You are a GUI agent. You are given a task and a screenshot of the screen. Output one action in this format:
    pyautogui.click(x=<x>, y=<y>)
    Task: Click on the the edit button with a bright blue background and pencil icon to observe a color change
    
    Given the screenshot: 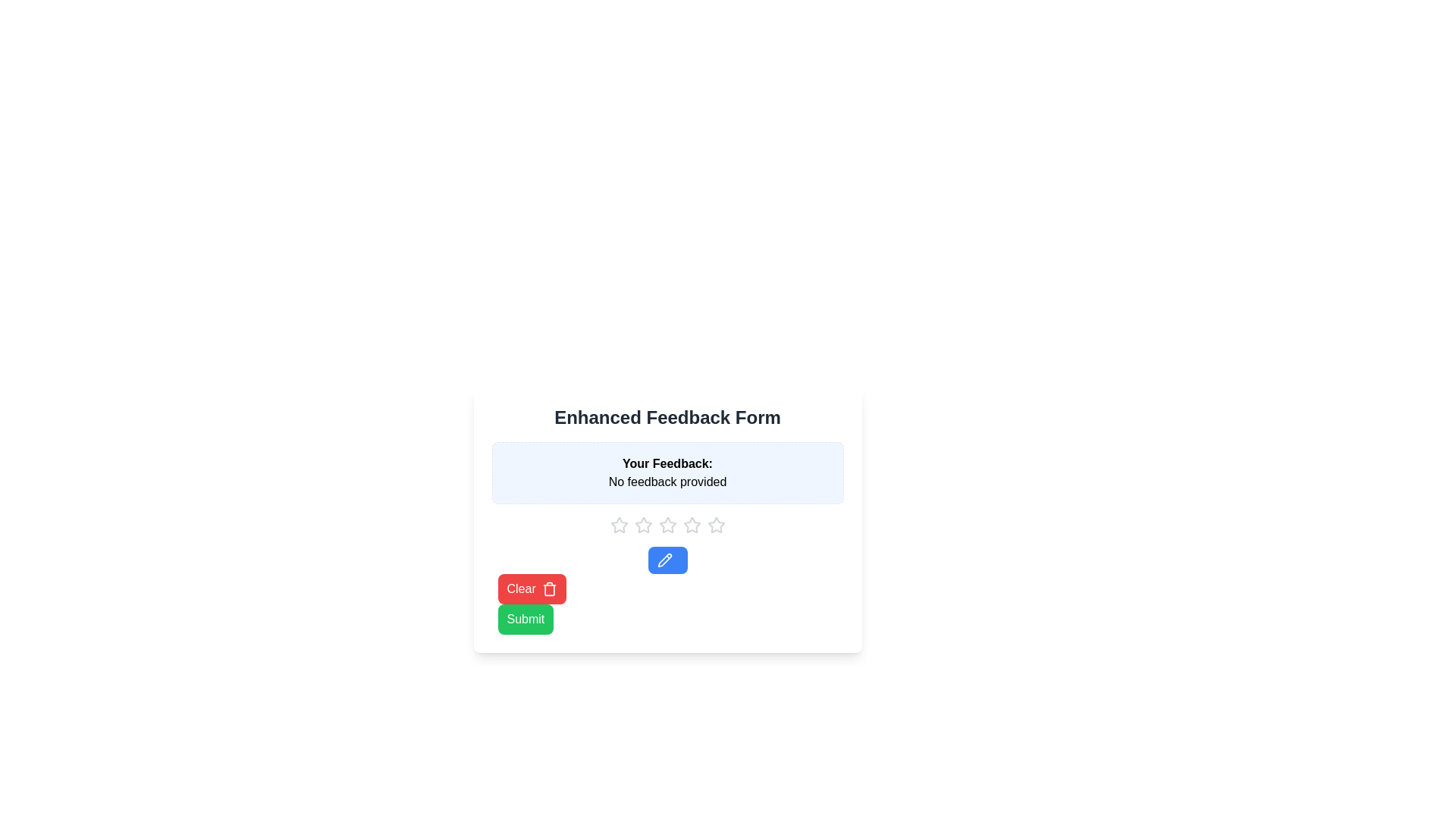 What is the action you would take?
    pyautogui.click(x=667, y=560)
    